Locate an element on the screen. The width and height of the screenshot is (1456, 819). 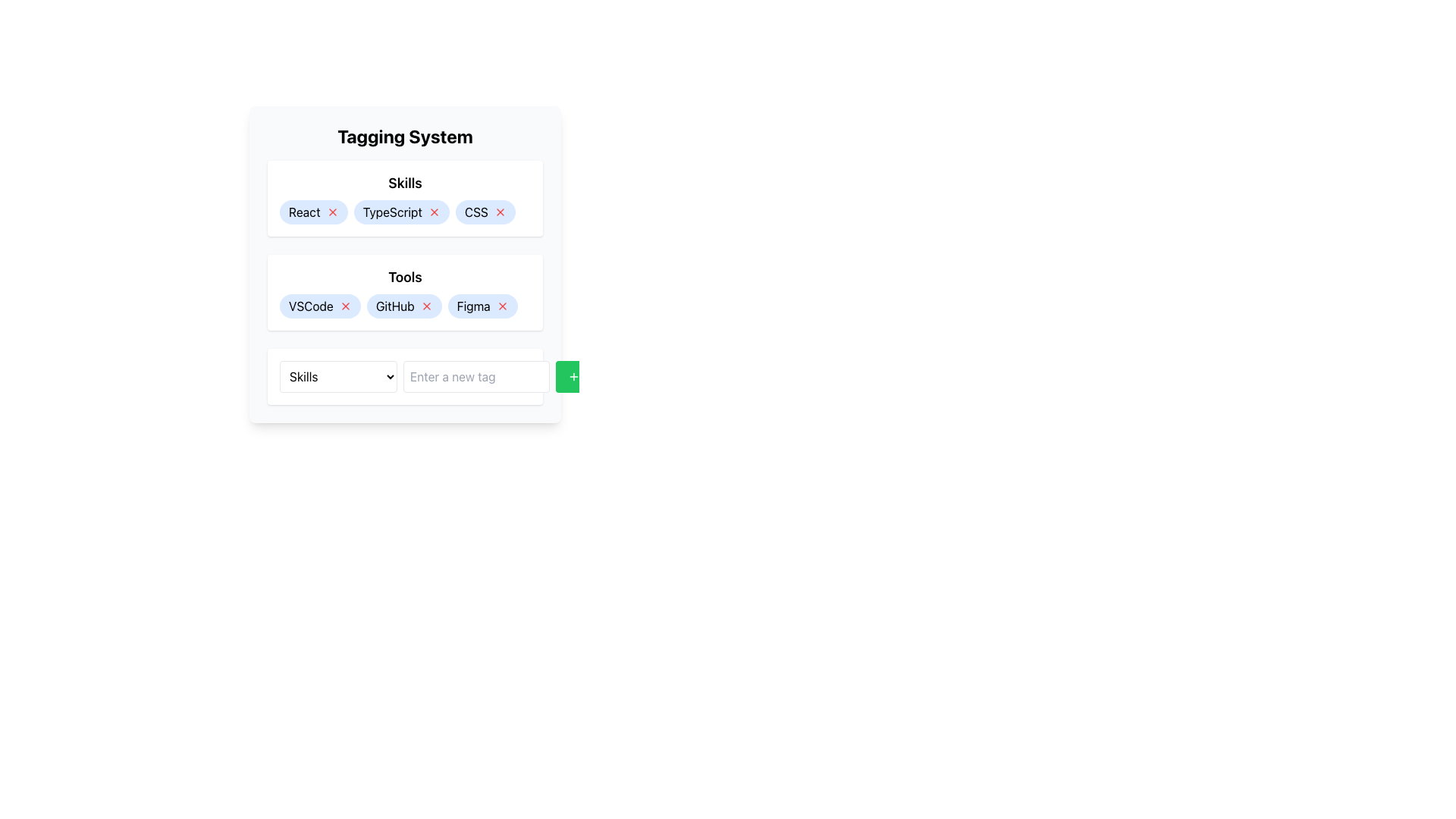
the green button with a white plus sign located at the far right side of the row in the 'Tagging System' interface is located at coordinates (573, 376).